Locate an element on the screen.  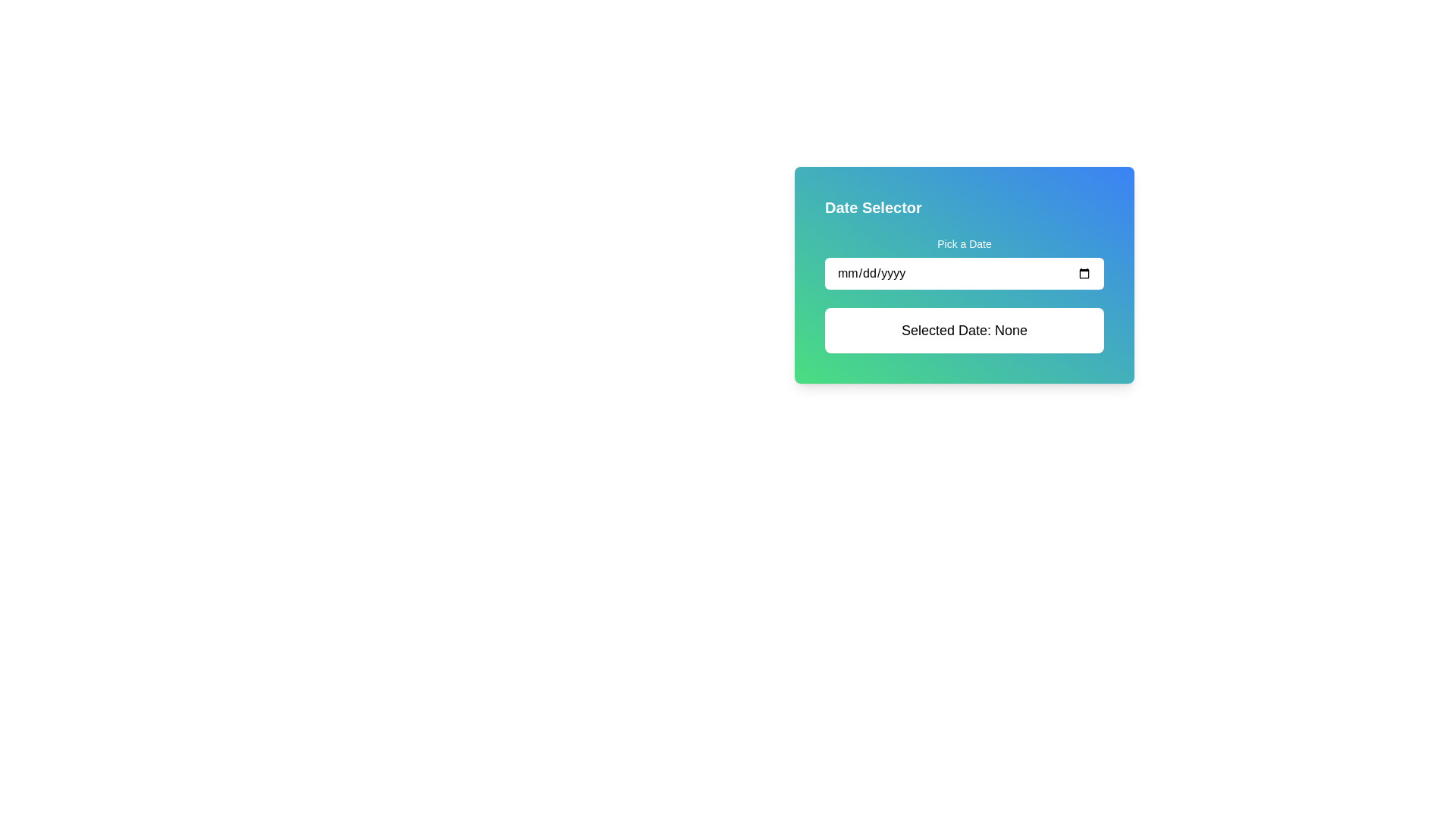
the date input field labeled 'Pick a Date' is located at coordinates (964, 262).